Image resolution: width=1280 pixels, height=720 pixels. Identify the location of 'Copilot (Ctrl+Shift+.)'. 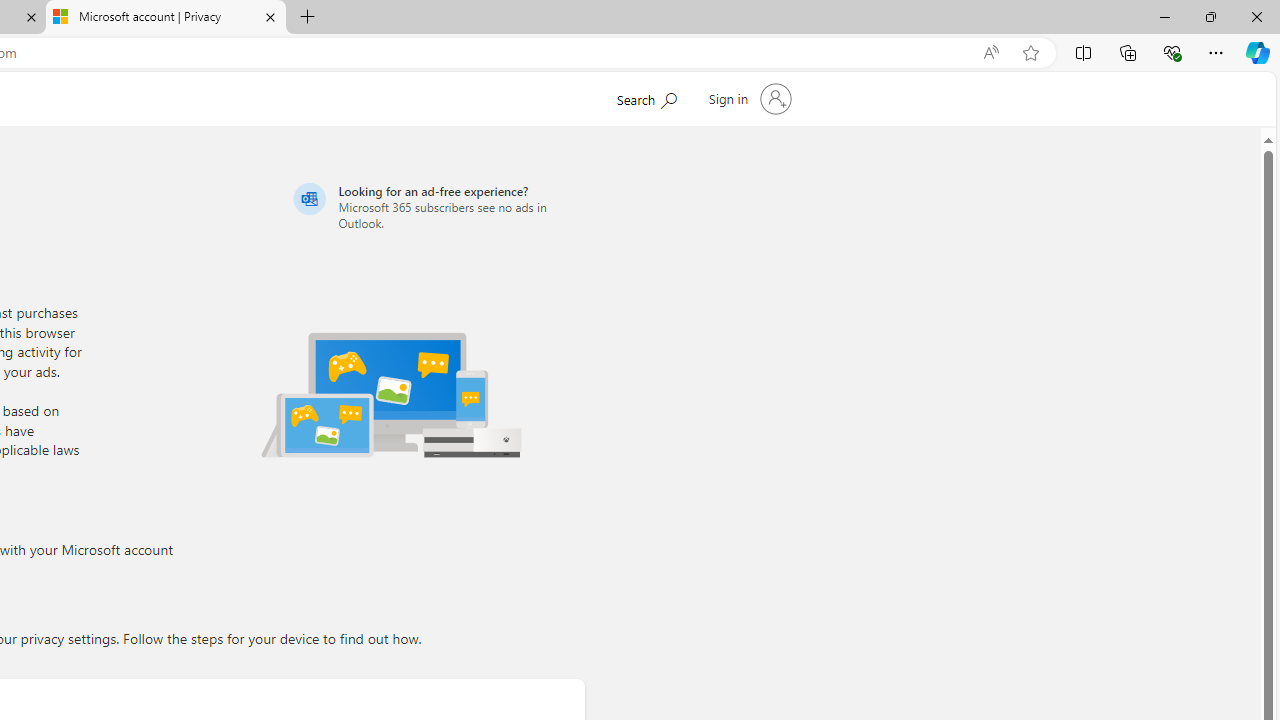
(1257, 51).